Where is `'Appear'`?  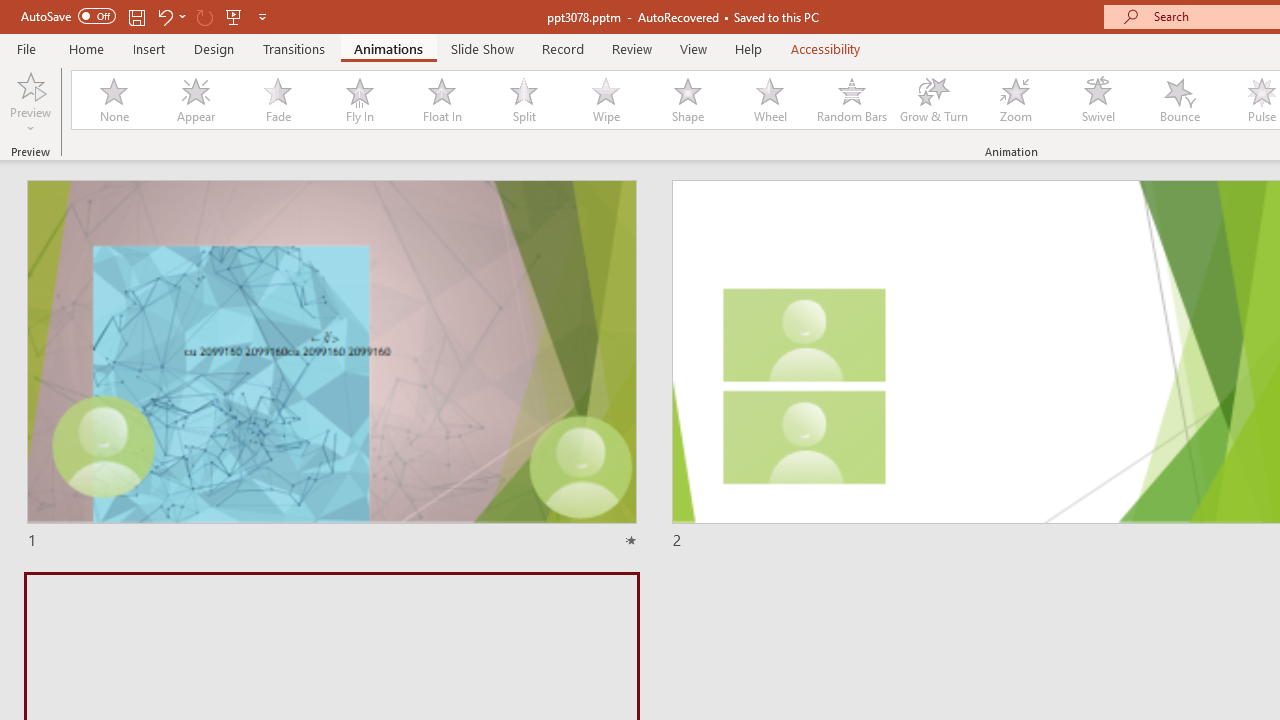 'Appear' is located at coordinates (195, 100).